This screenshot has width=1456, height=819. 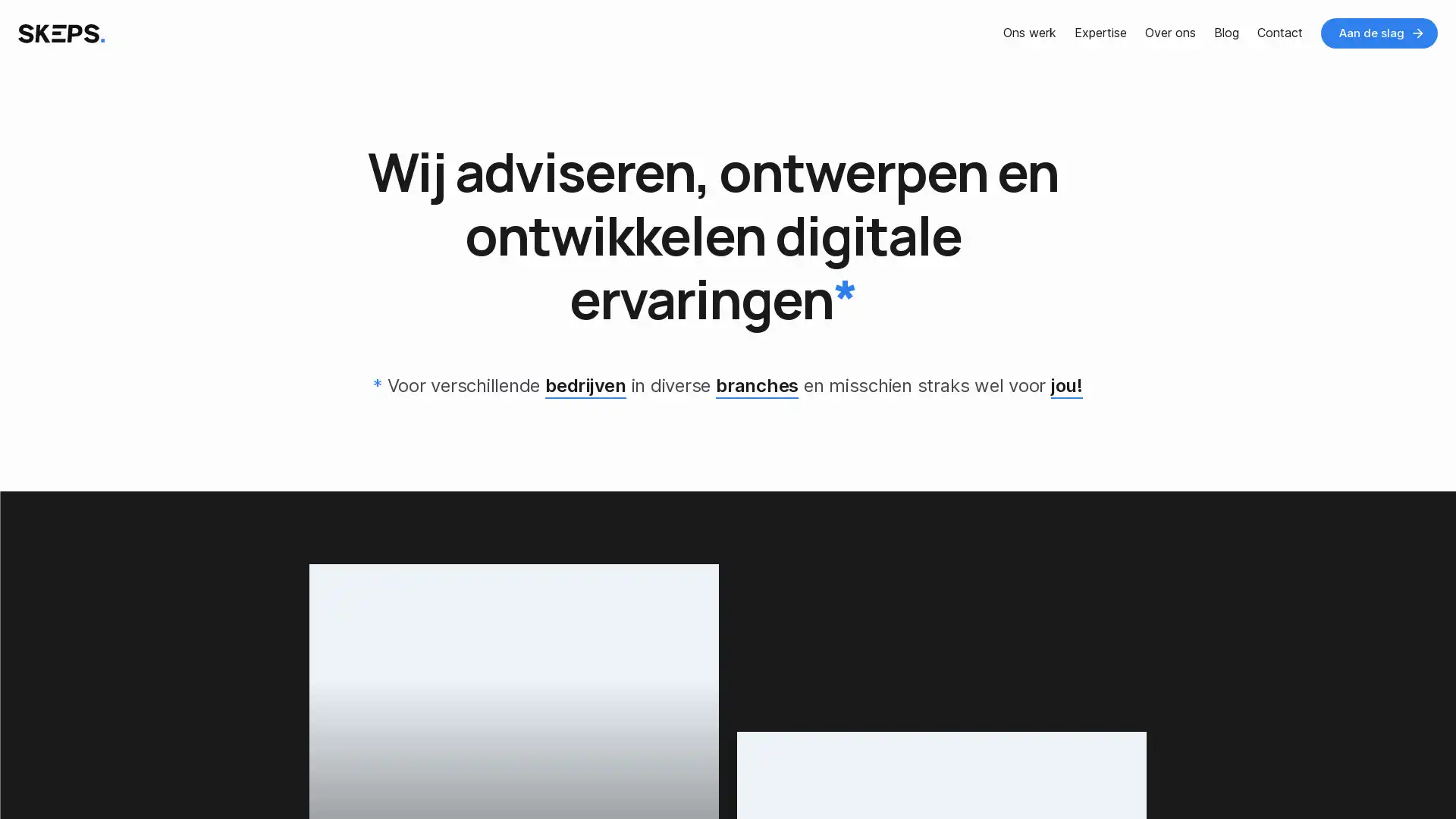 I want to click on Aan de slag, so click(x=1379, y=33).